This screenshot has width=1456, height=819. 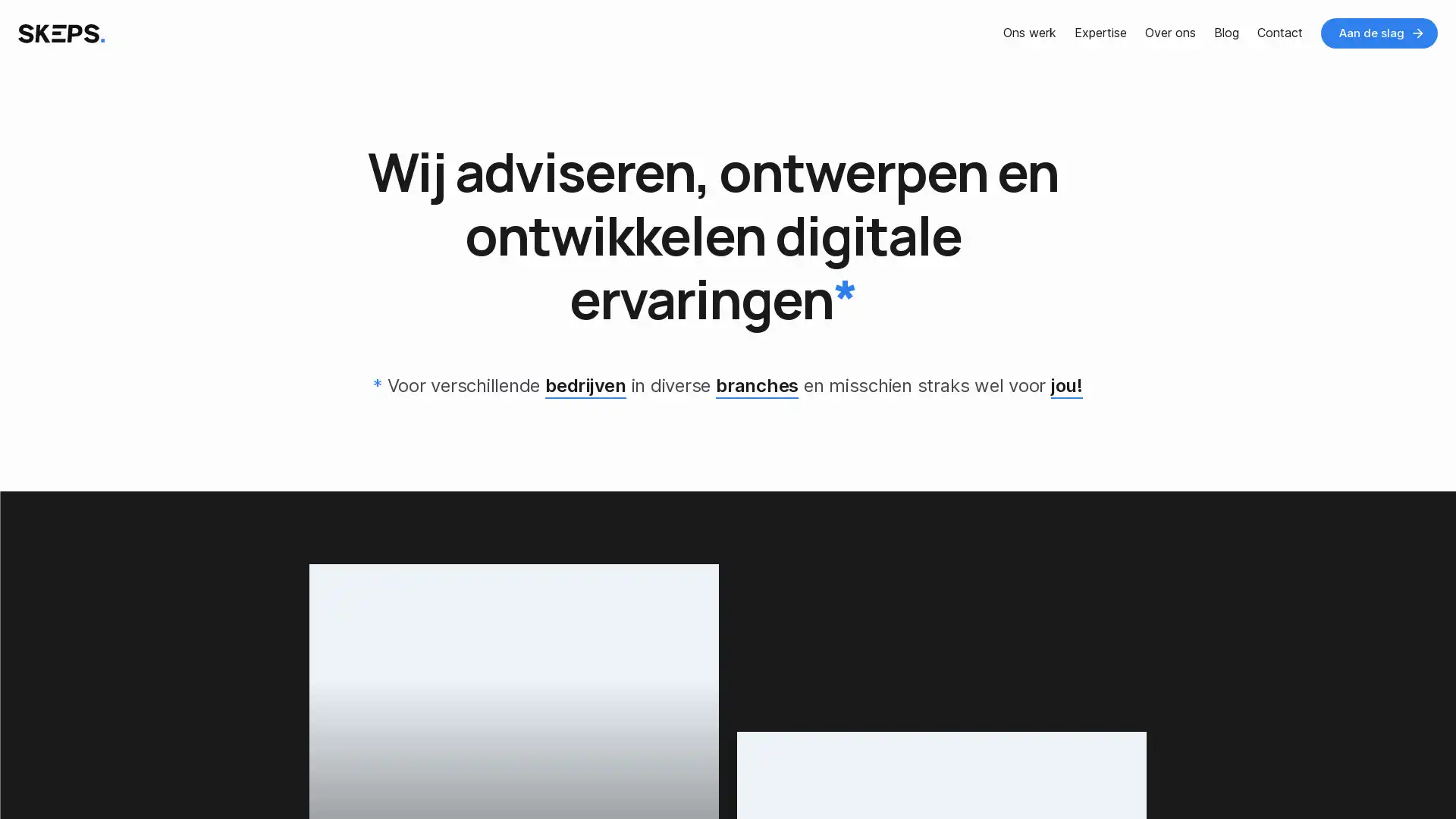 I want to click on Aan de slag, so click(x=1379, y=33).